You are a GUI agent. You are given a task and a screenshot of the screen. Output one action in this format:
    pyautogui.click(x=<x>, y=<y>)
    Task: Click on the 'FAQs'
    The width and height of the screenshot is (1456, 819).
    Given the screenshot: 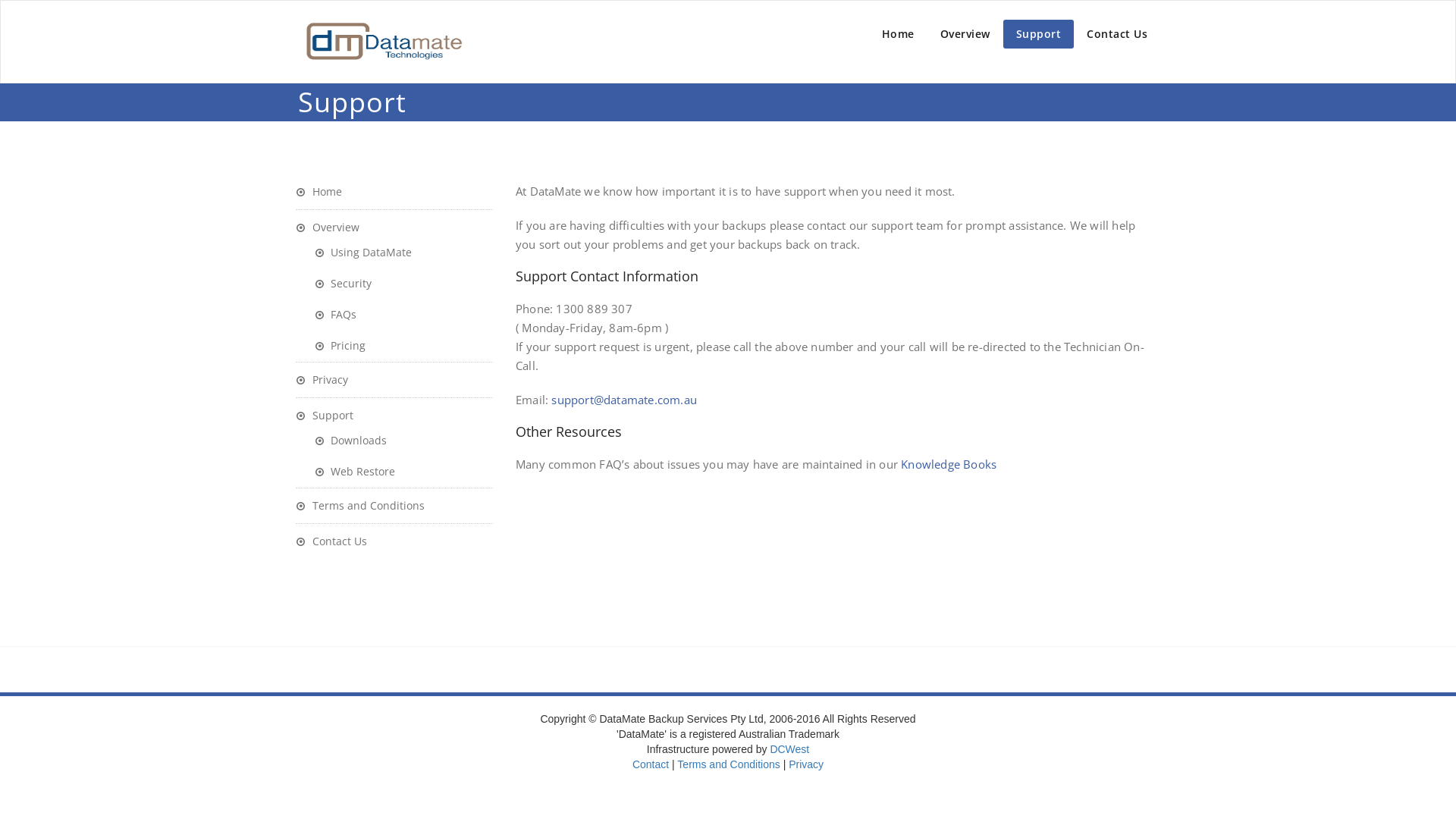 What is the action you would take?
    pyautogui.click(x=334, y=313)
    